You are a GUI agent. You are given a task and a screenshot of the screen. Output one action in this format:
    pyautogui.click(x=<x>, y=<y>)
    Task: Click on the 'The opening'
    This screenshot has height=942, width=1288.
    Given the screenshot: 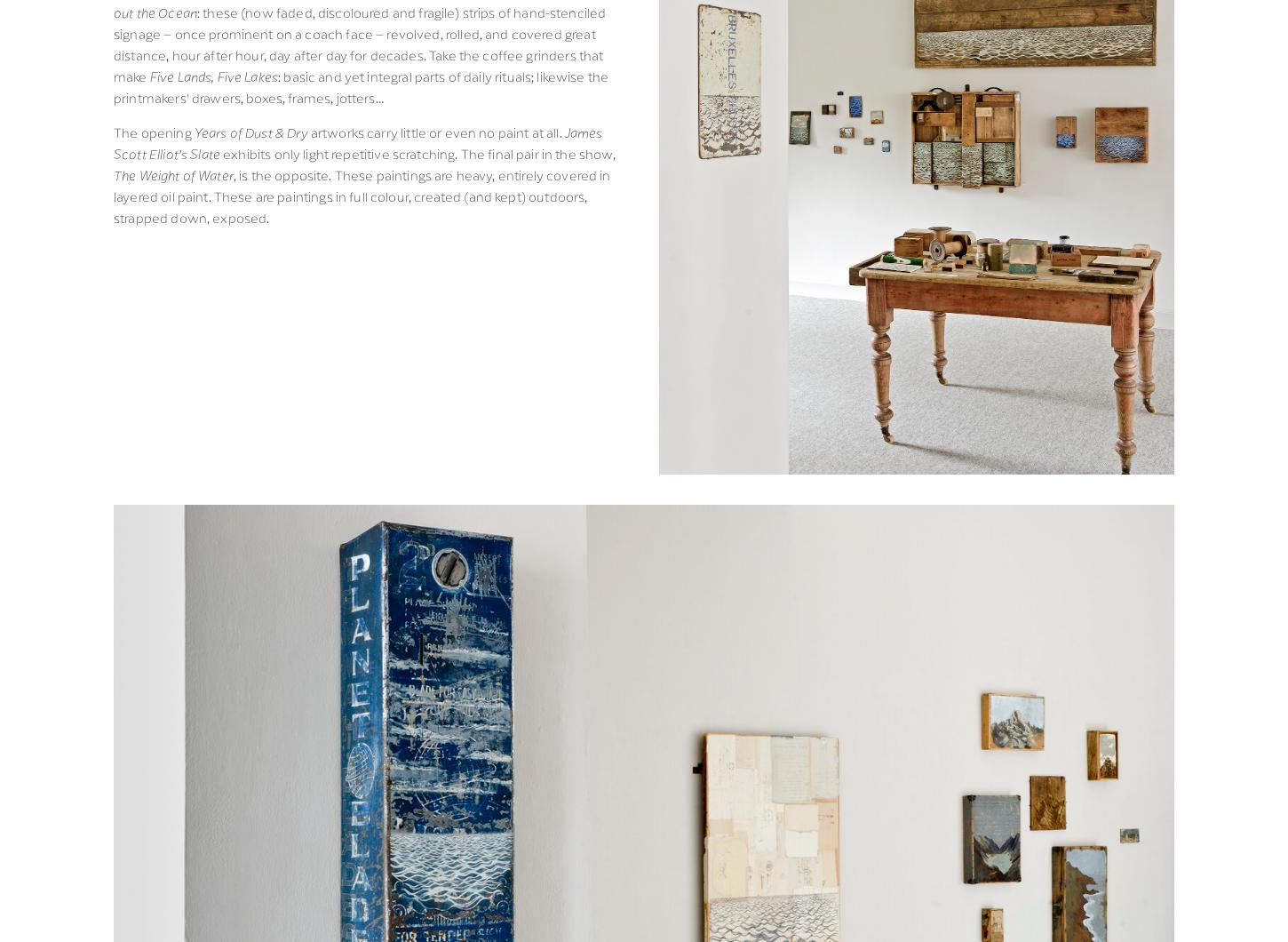 What is the action you would take?
    pyautogui.click(x=152, y=130)
    